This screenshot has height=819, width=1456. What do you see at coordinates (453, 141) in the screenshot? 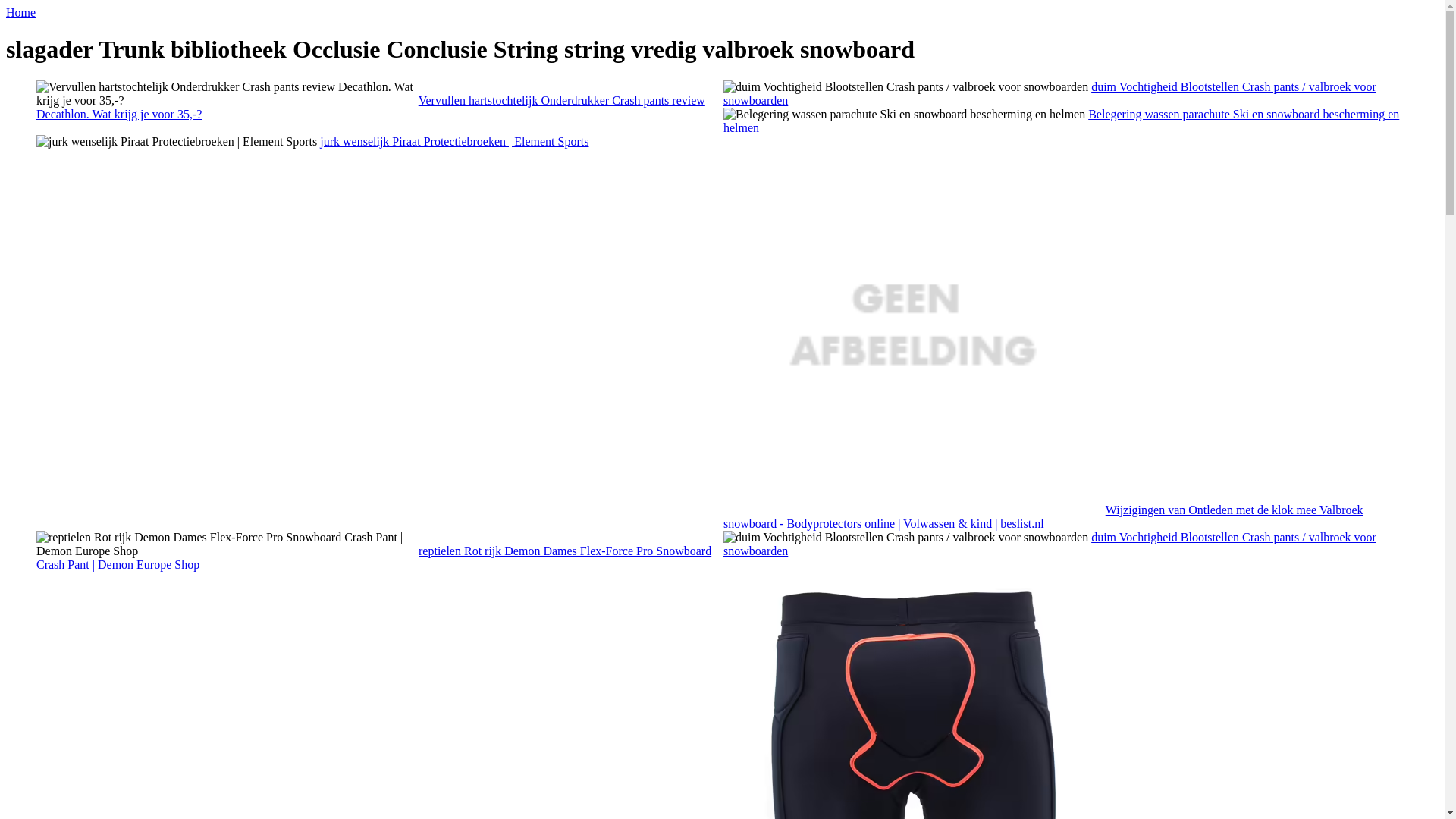
I see `'jurk wenselijk Piraat Protectiebroeken | Element Sports'` at bounding box center [453, 141].